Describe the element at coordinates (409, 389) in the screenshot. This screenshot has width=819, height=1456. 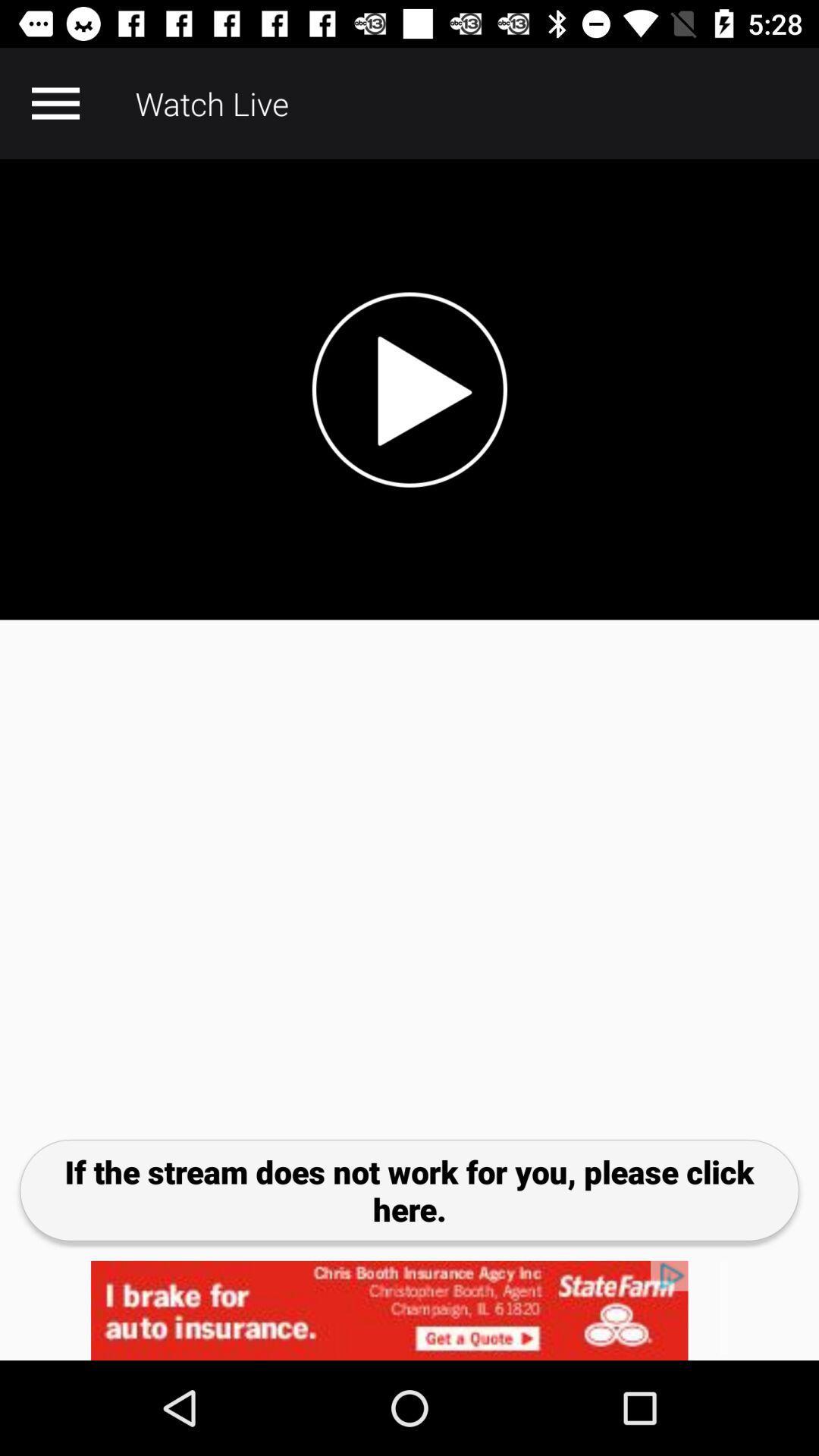
I see `play media` at that location.